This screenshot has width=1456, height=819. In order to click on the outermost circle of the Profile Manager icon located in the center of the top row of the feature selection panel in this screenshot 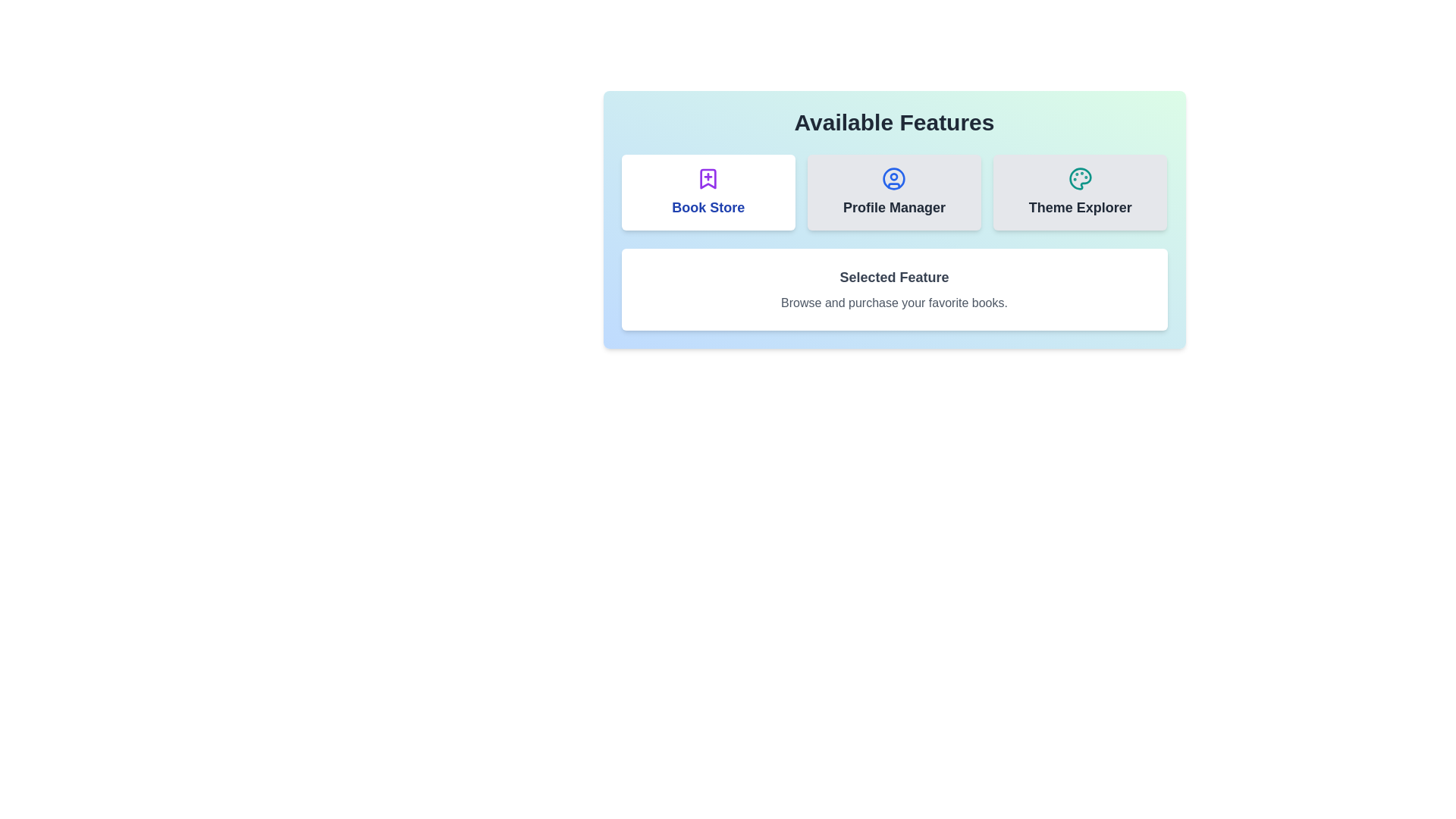, I will do `click(894, 177)`.